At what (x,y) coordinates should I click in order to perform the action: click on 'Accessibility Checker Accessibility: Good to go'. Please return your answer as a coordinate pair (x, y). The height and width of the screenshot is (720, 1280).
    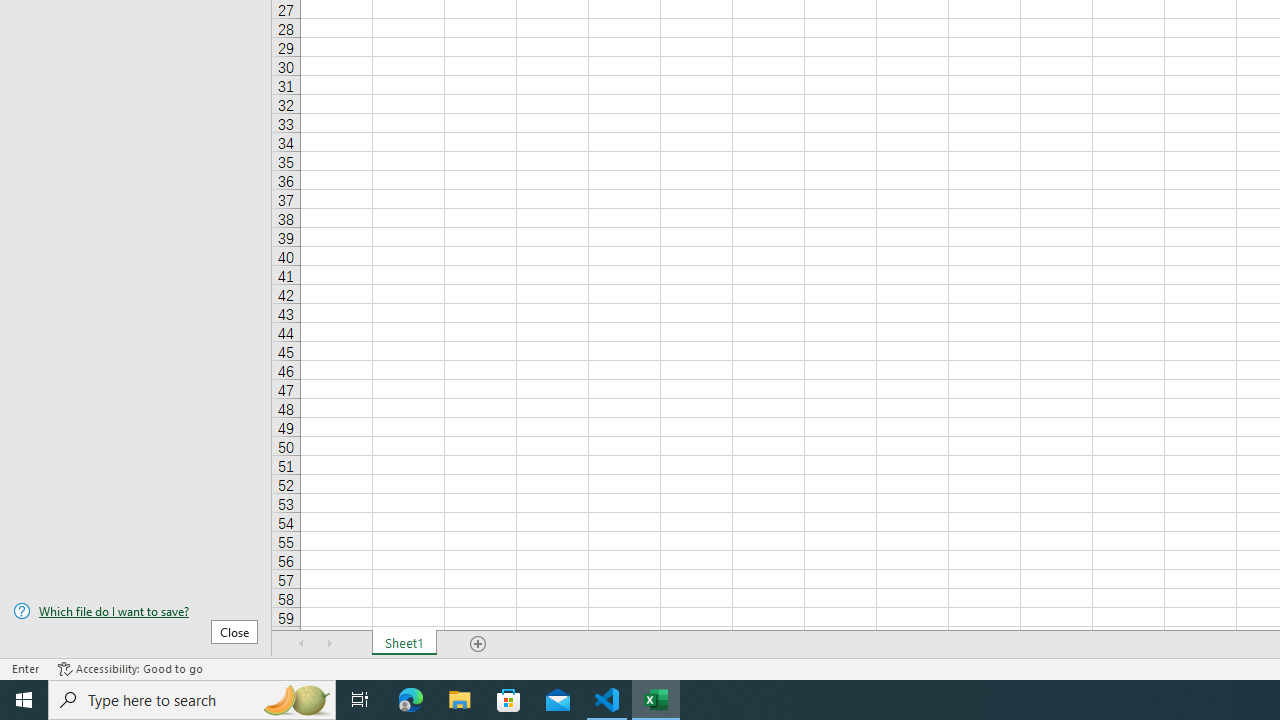
    Looking at the image, I should click on (129, 669).